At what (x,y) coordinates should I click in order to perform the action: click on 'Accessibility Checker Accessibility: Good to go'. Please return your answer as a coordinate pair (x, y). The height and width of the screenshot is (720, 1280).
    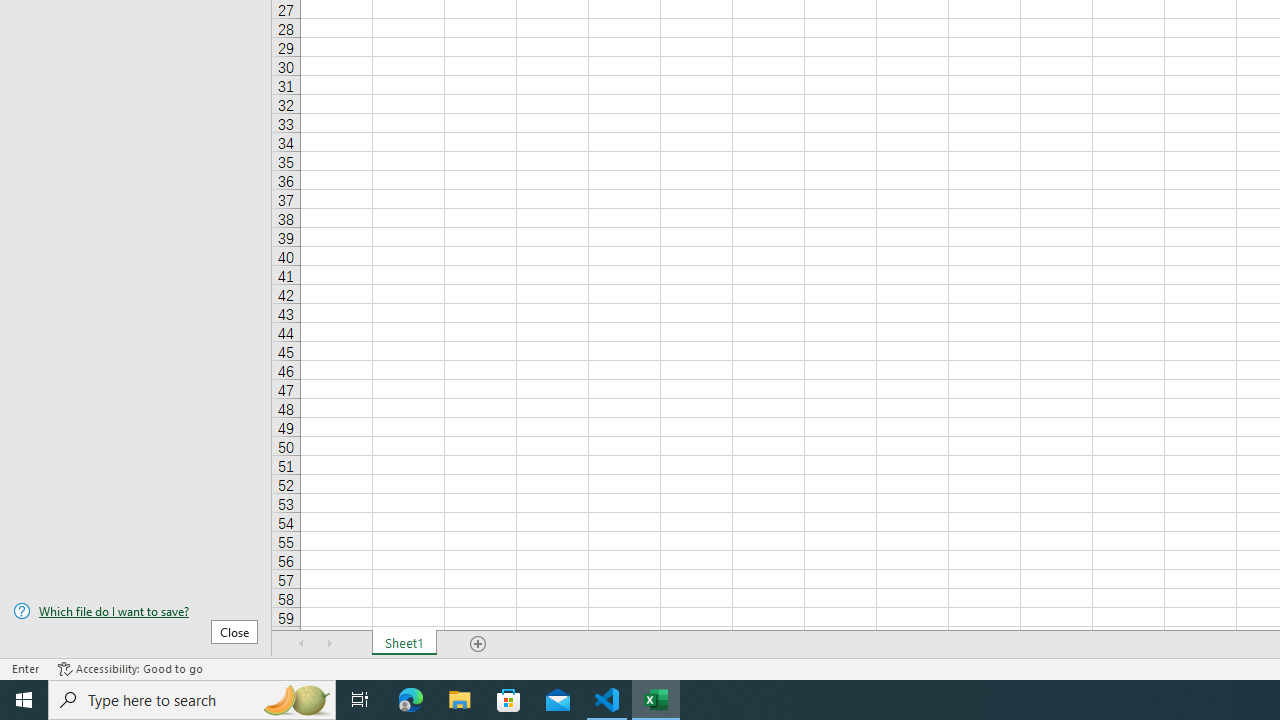
    Looking at the image, I should click on (129, 669).